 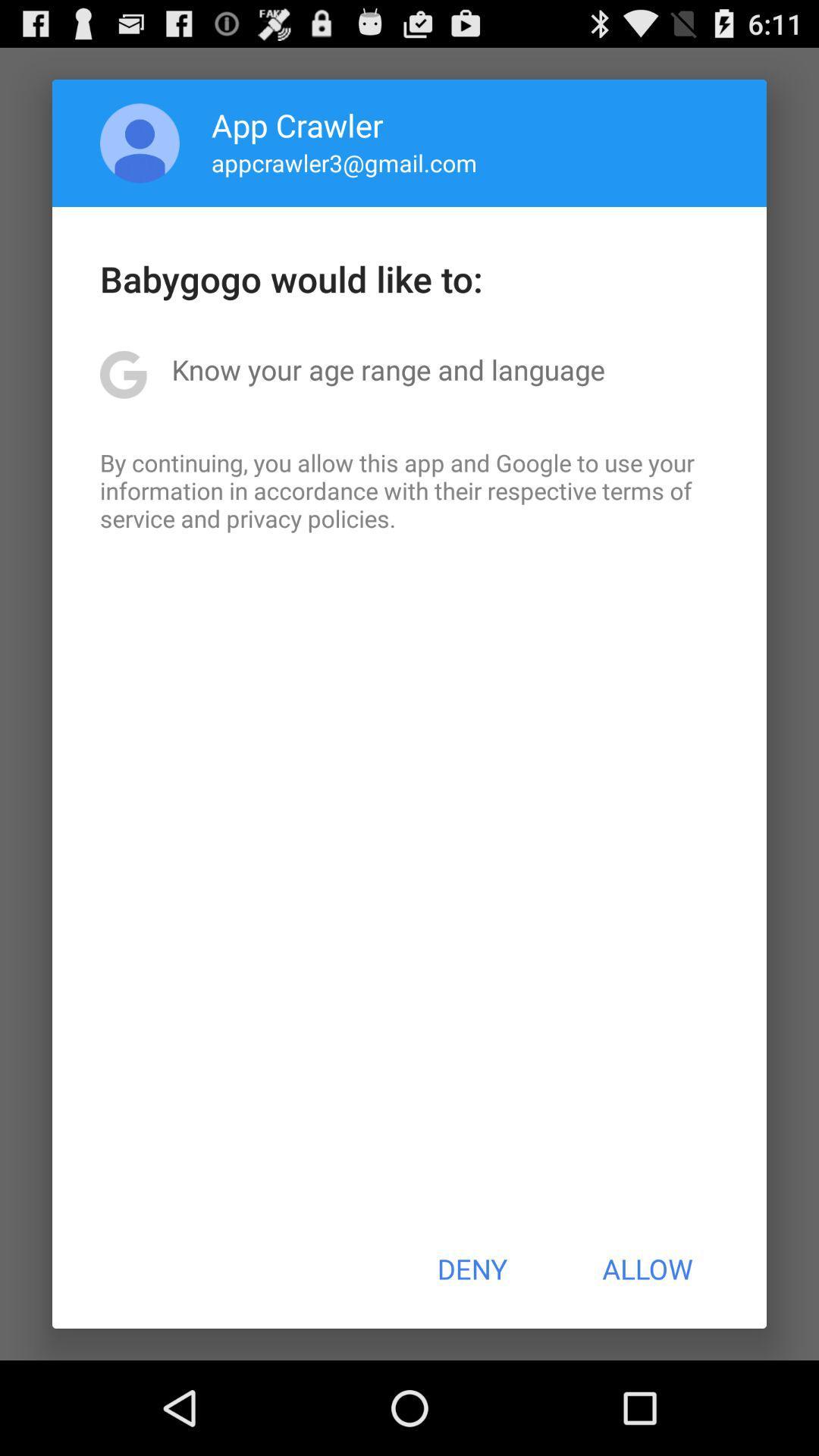 What do you see at coordinates (297, 124) in the screenshot?
I see `app above the appcrawler3@gmail.com icon` at bounding box center [297, 124].